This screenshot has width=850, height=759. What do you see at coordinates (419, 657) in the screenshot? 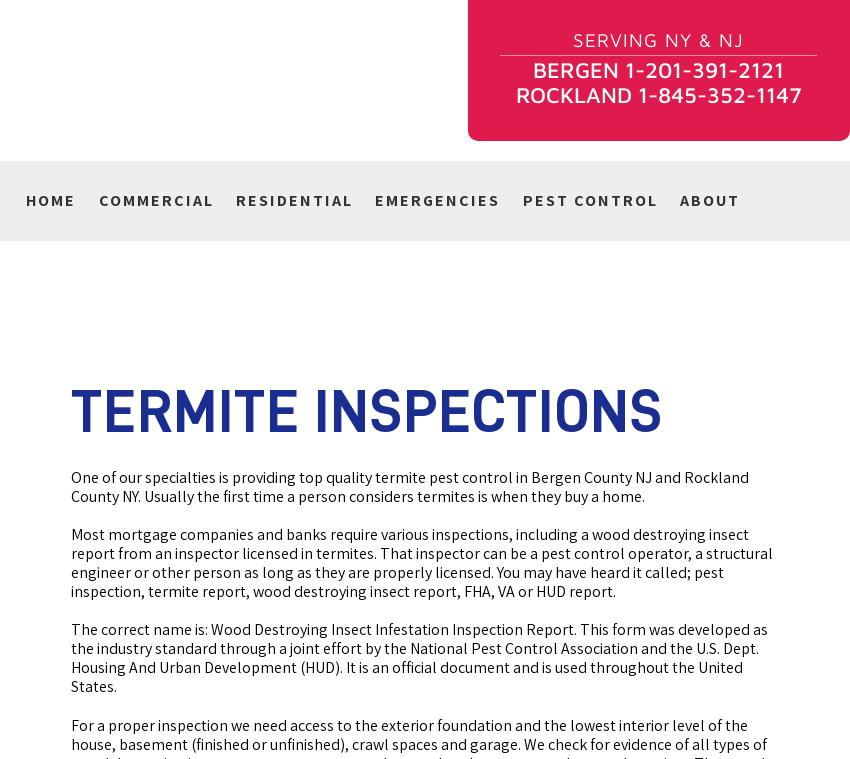
I see `'The correct name is: Wood Destroying Insect Infestation Inspection Report. This form was developed as the industry standard through a joint effort by the National Pest Control Association and the U.S. Dept. Housing And Urban Development (HUD). It is an official document and is used throughout the United States.'` at bounding box center [419, 657].